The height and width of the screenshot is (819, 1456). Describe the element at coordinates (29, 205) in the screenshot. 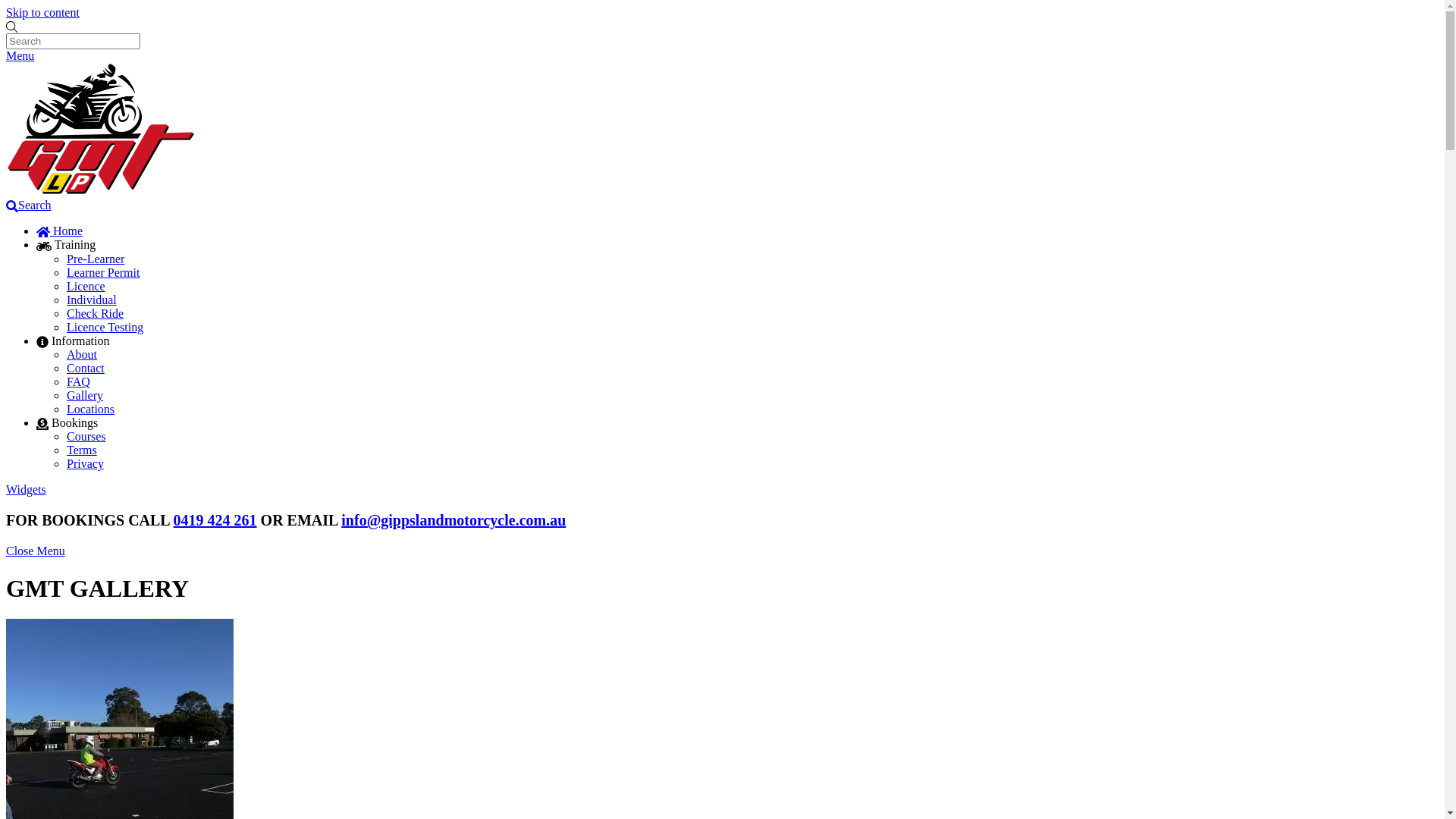

I see `'Search'` at that location.